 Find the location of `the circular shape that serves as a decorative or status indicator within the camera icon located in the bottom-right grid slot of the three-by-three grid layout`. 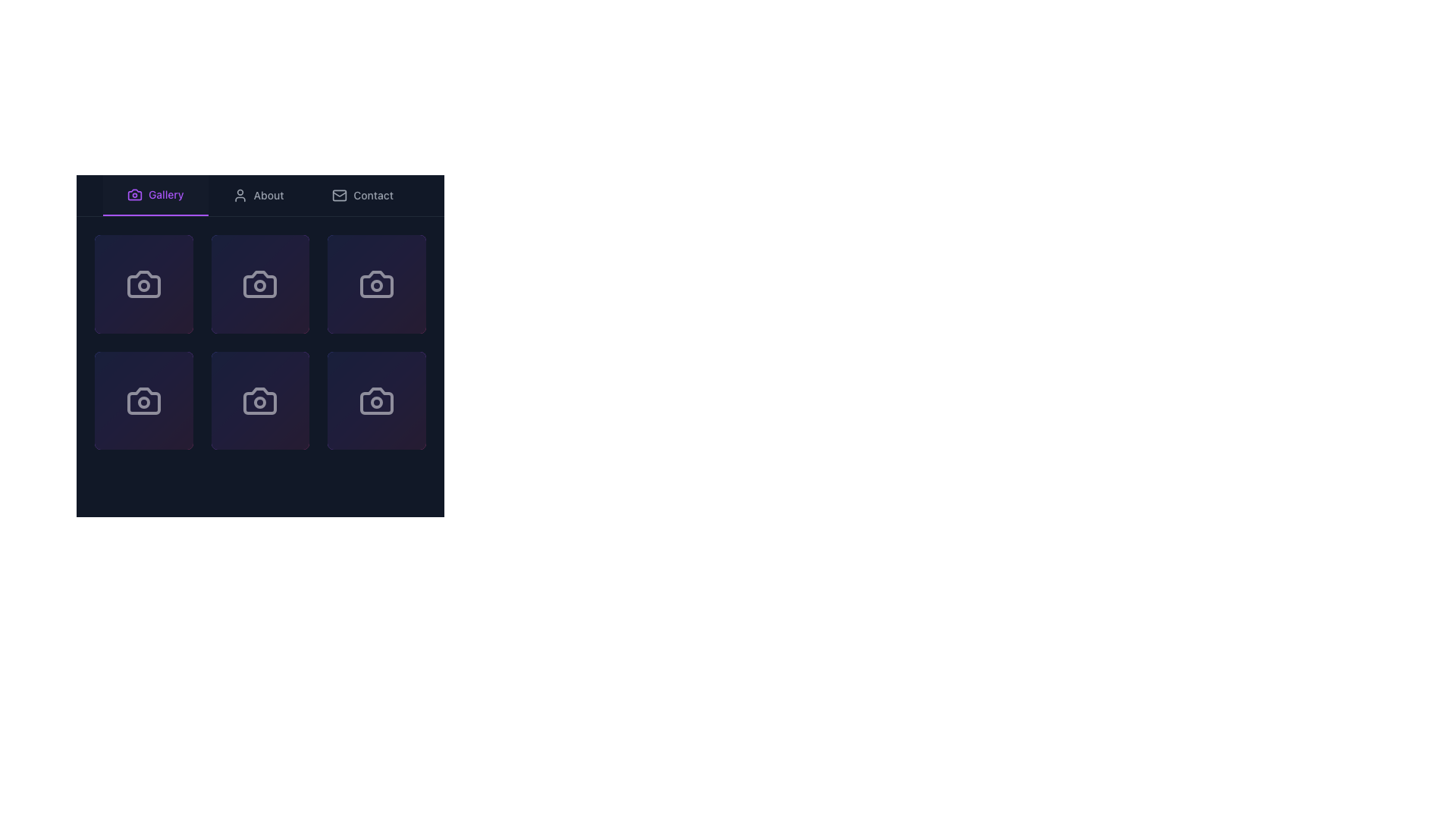

the circular shape that serves as a decorative or status indicator within the camera icon located in the bottom-right grid slot of the three-by-three grid layout is located at coordinates (377, 401).